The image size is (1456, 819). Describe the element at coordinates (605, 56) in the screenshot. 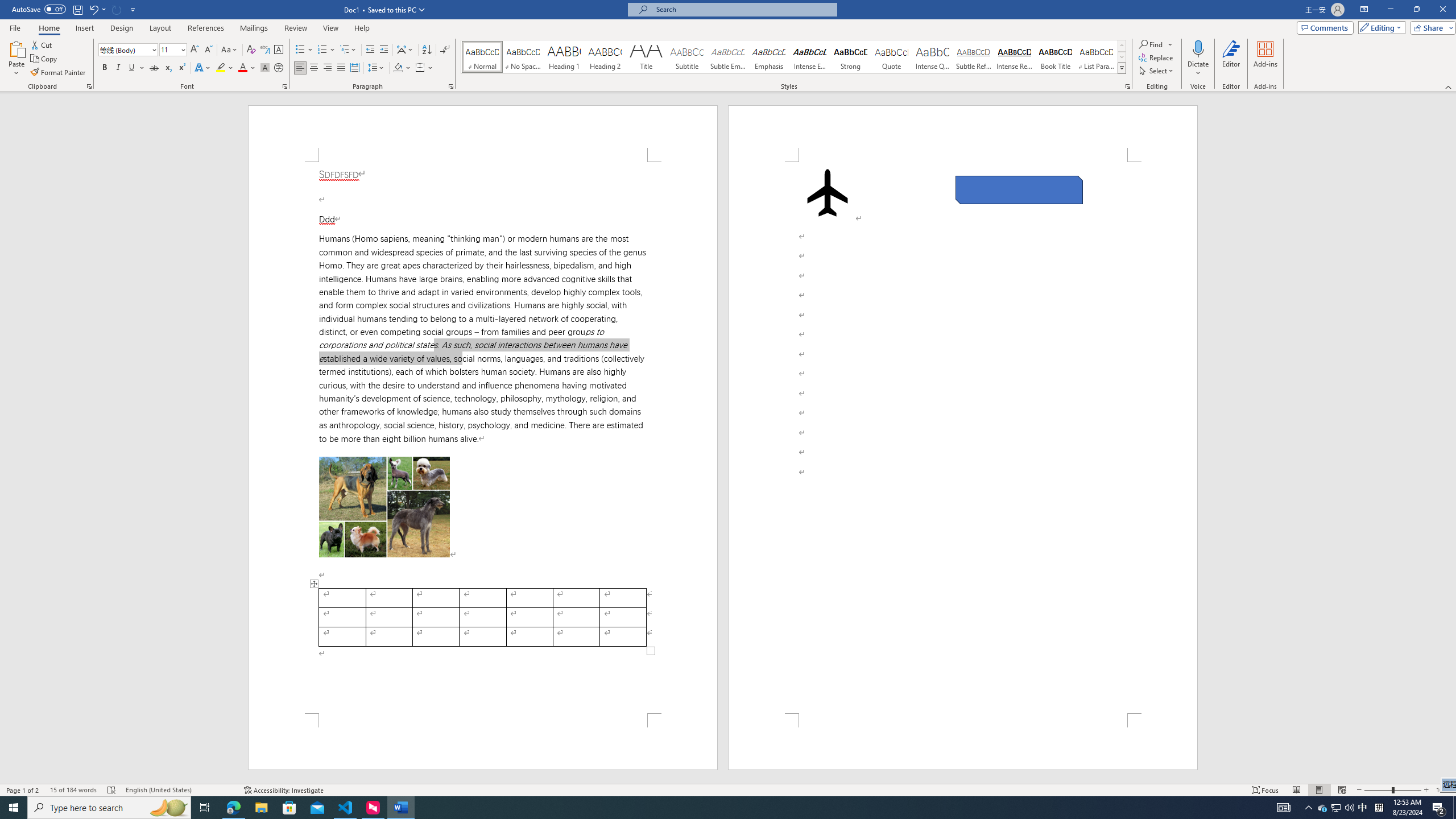

I see `'Heading 2'` at that location.